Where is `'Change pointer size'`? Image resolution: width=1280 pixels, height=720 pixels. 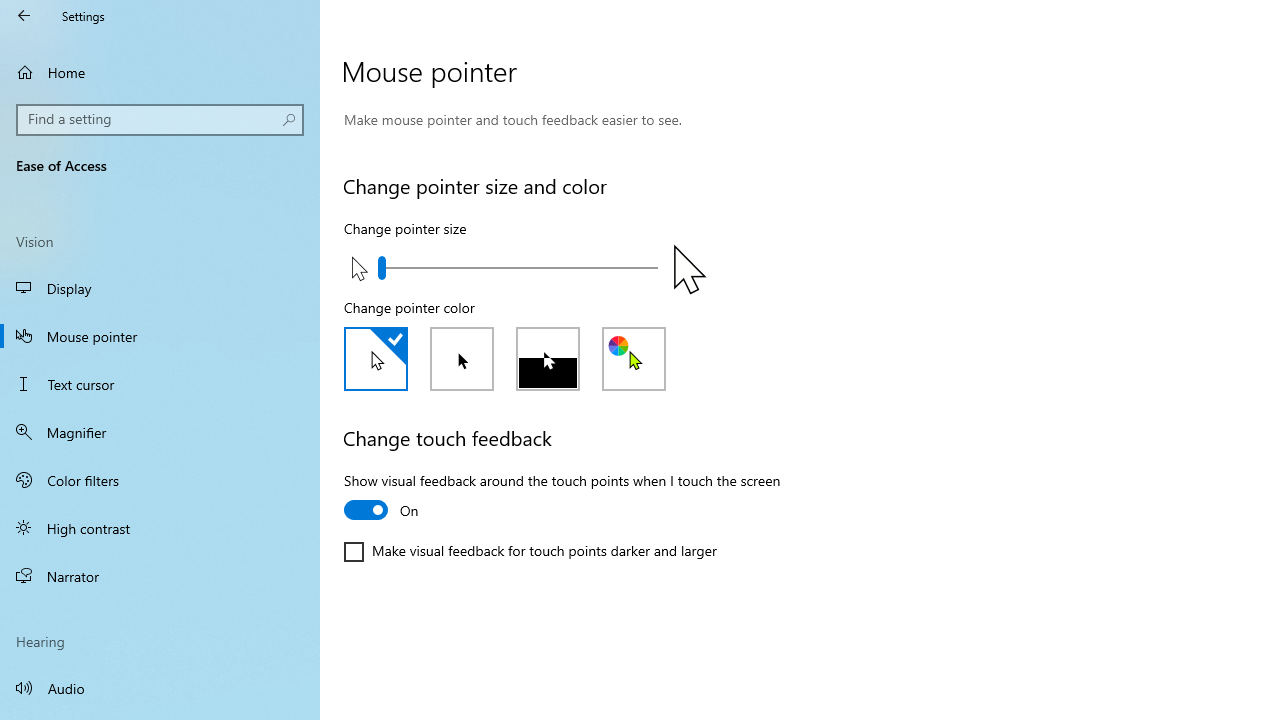
'Change pointer size' is located at coordinates (517, 266).